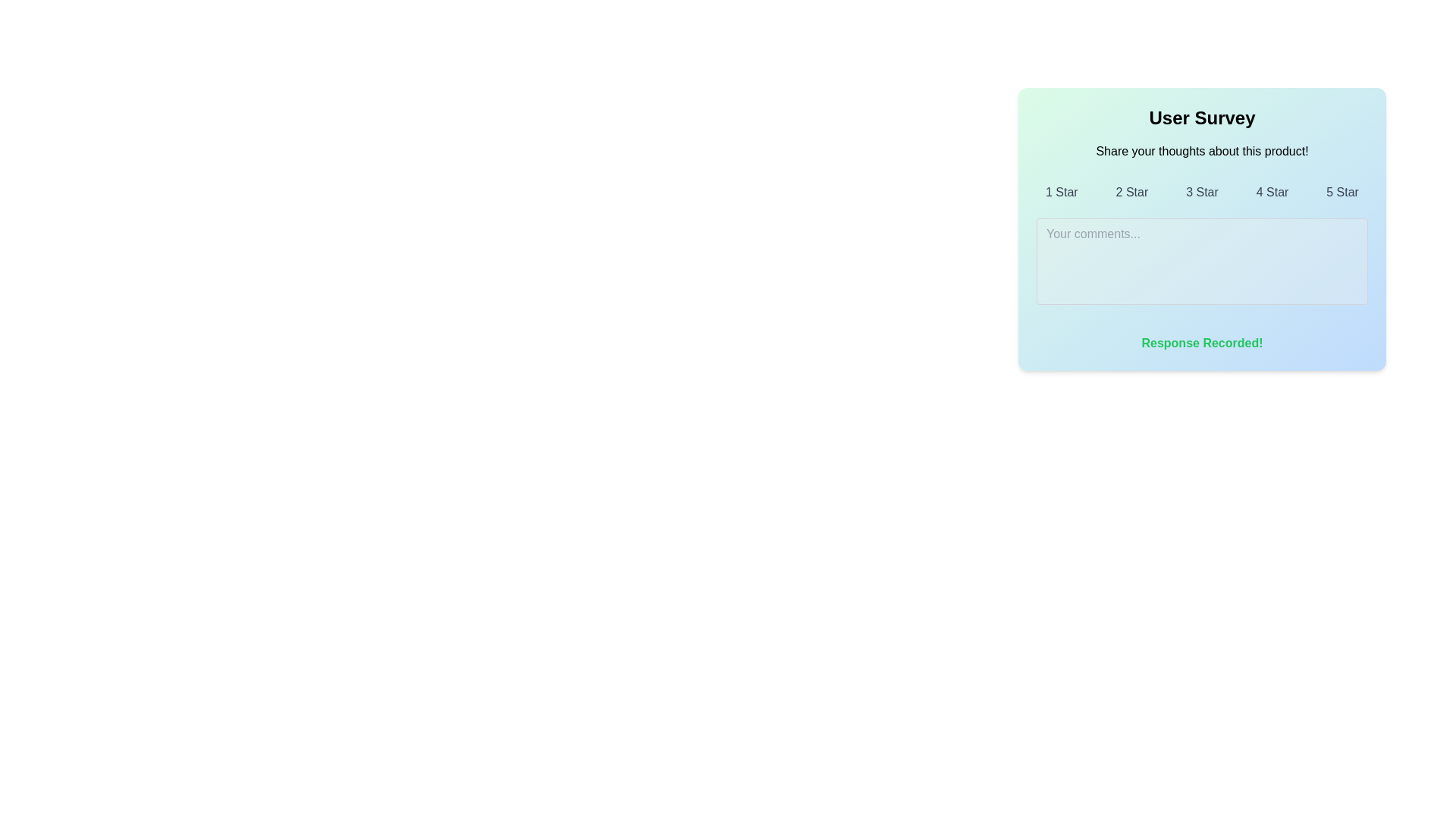 The image size is (1456, 819). Describe the element at coordinates (1201, 192) in the screenshot. I see `the '3 Star' button, which is a rounded button with gray text, positioned centrally in a survey form between '2 Star' and '4 Star' buttons` at that location.